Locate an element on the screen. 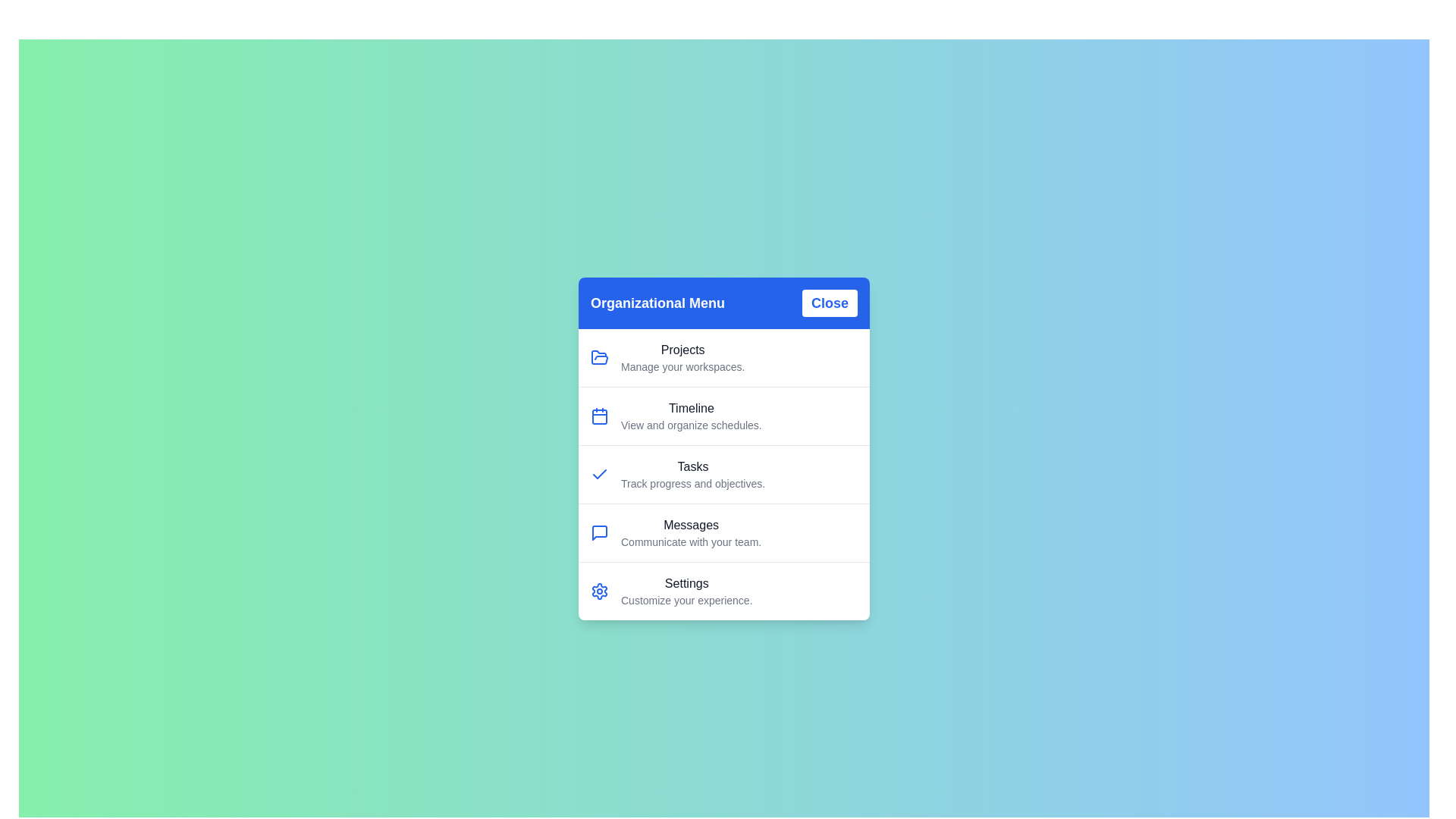 The image size is (1456, 819). the menu item labeled 'Tasks' to view its details is located at coordinates (692, 473).